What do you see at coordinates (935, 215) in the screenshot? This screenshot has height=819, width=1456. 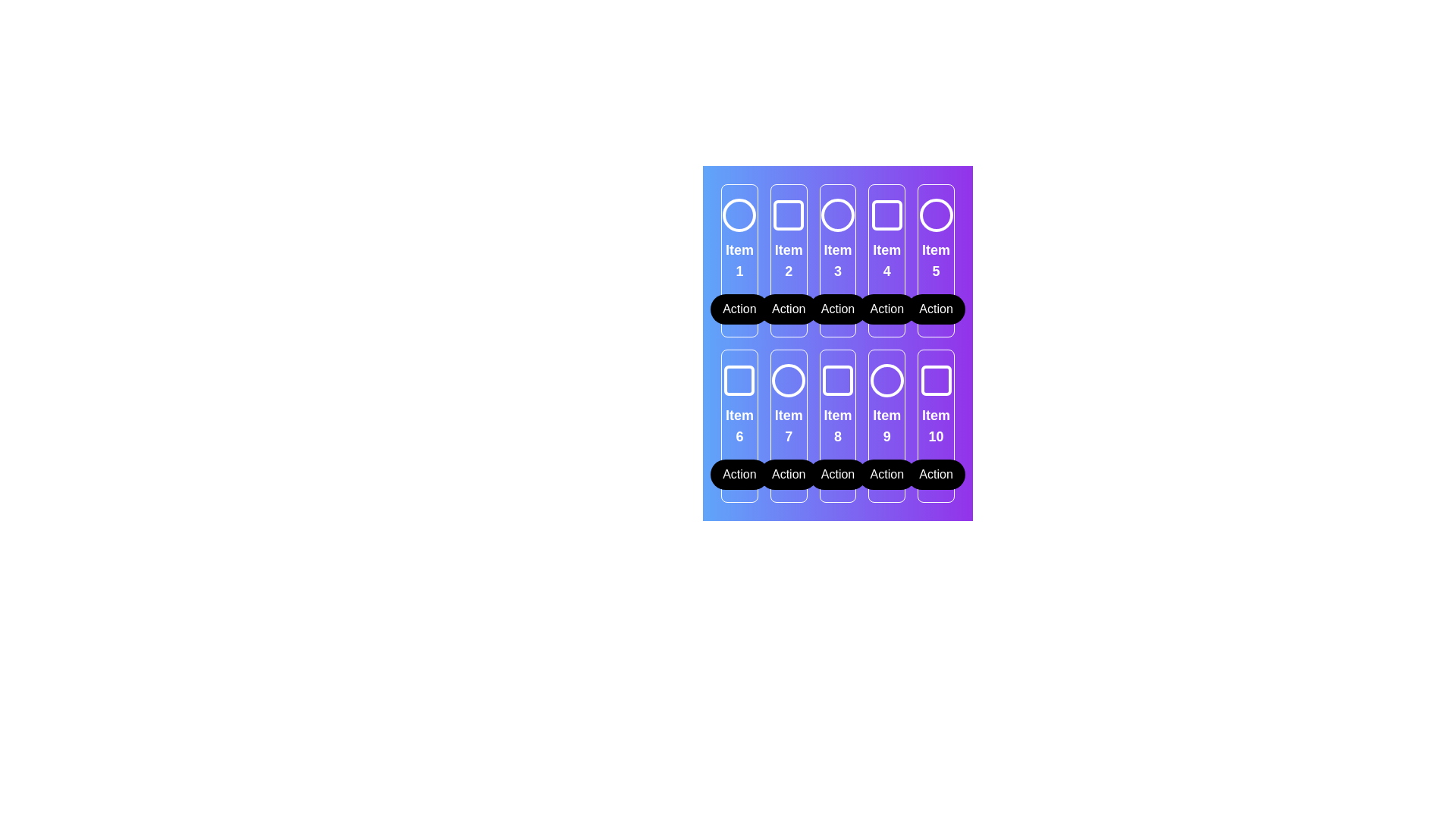 I see `the non-interactive Circle SVG element located in the top-right section of the grid, specifically in the fifth column of the first row` at bounding box center [935, 215].